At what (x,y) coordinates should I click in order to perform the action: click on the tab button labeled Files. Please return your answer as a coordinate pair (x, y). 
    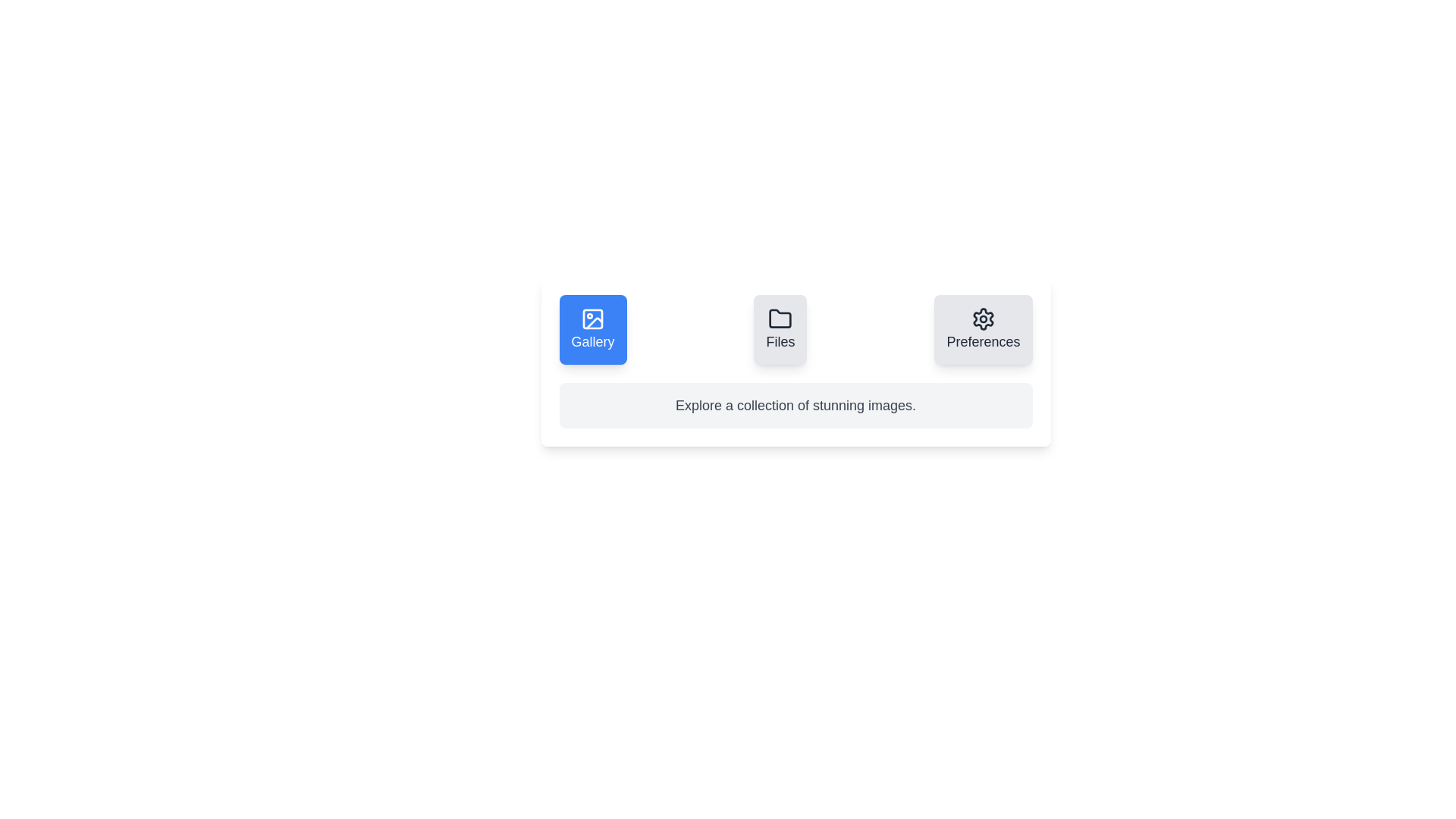
    Looking at the image, I should click on (780, 329).